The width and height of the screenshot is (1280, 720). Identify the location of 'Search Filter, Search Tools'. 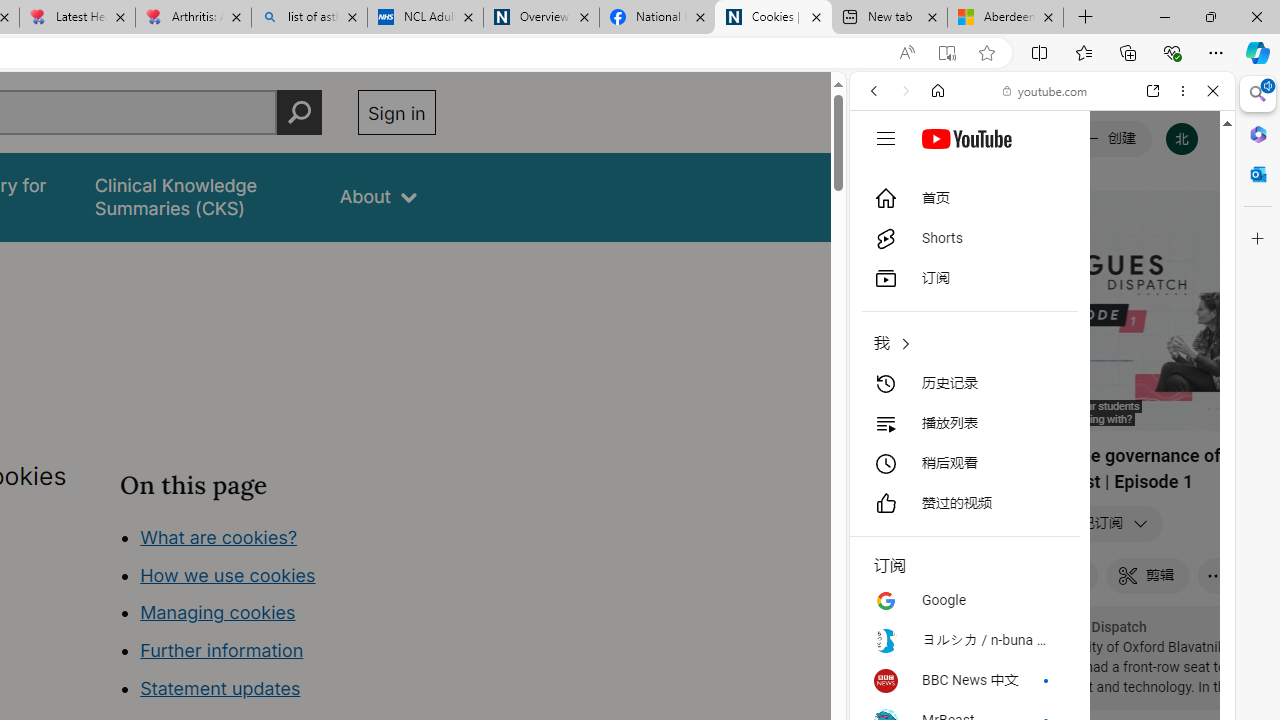
(1092, 227).